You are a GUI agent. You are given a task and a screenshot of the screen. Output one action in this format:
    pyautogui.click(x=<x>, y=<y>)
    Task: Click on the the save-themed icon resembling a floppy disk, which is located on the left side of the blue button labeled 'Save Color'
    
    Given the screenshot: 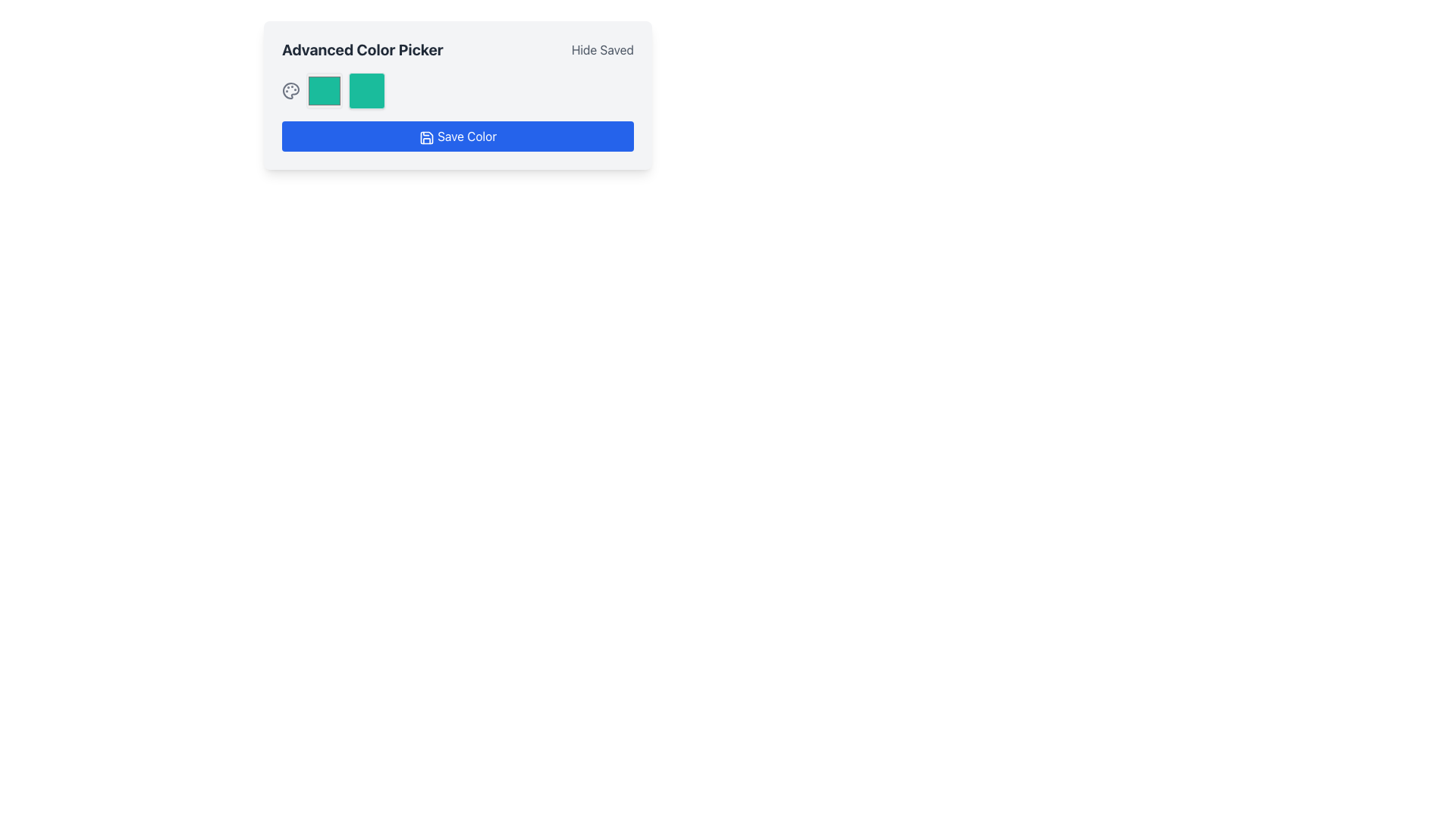 What is the action you would take?
    pyautogui.click(x=425, y=137)
    